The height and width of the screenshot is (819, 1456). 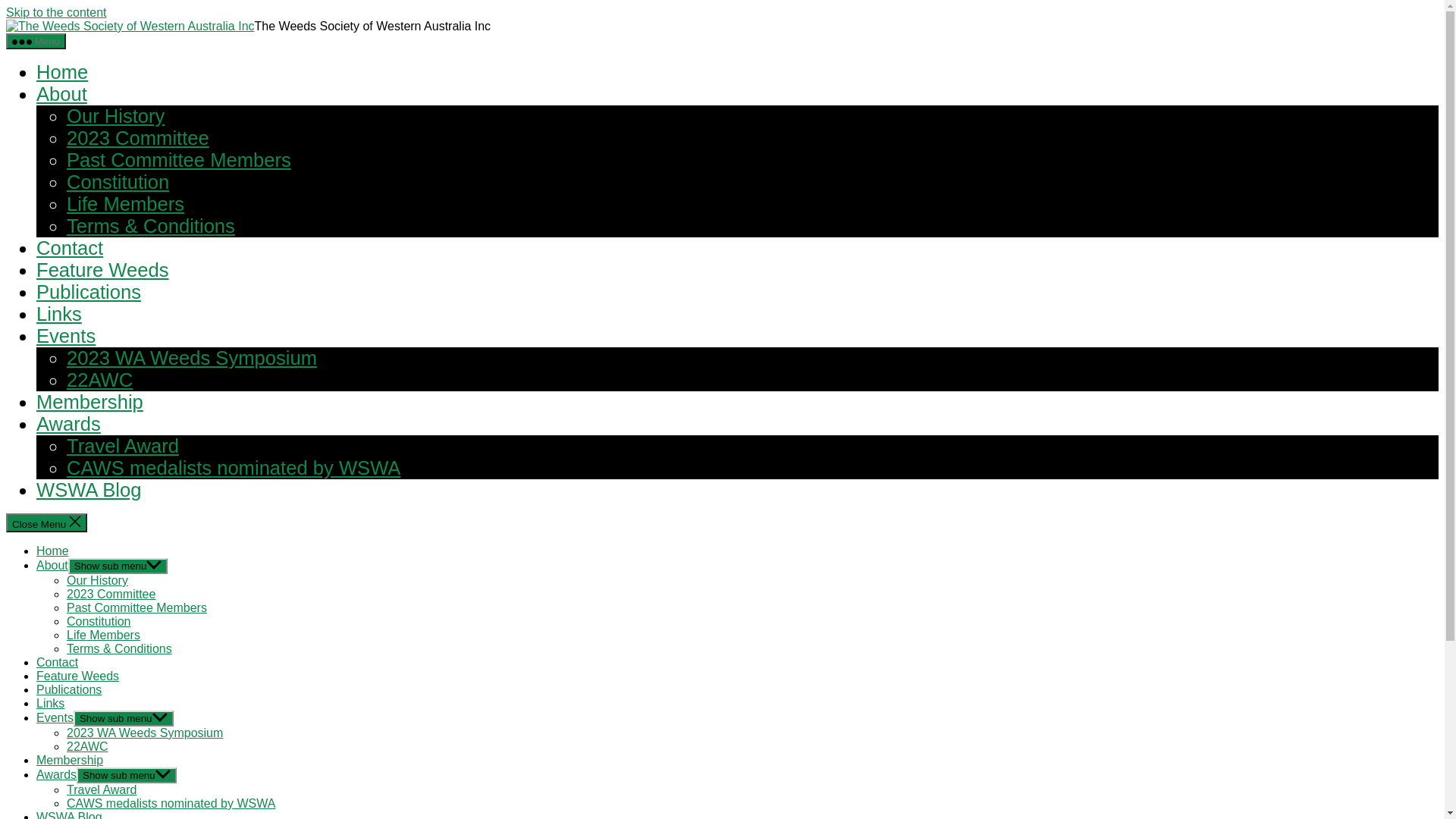 I want to click on 'Contact', so click(x=57, y=661).